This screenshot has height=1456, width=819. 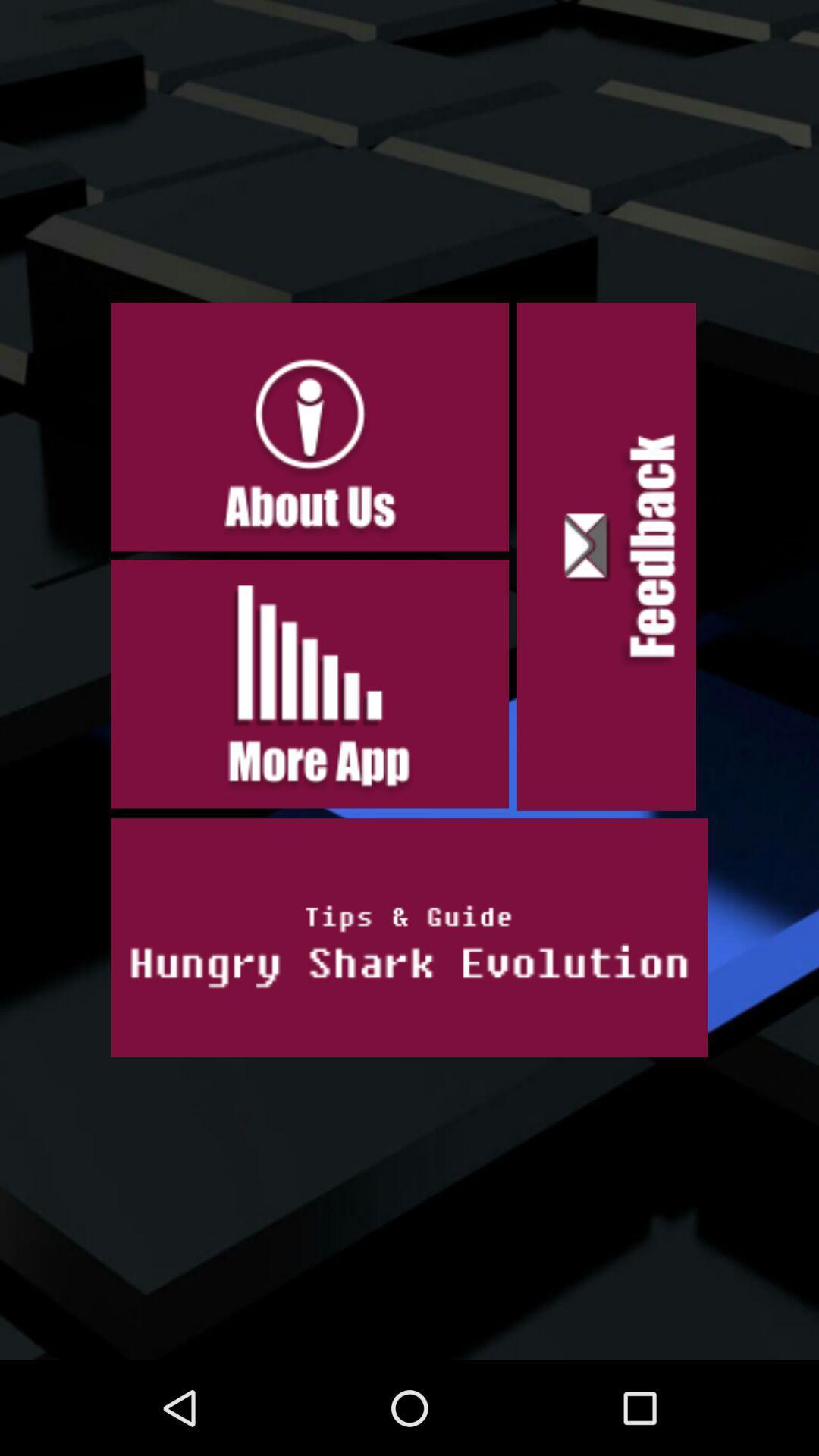 What do you see at coordinates (605, 555) in the screenshot?
I see `the icon on the right` at bounding box center [605, 555].